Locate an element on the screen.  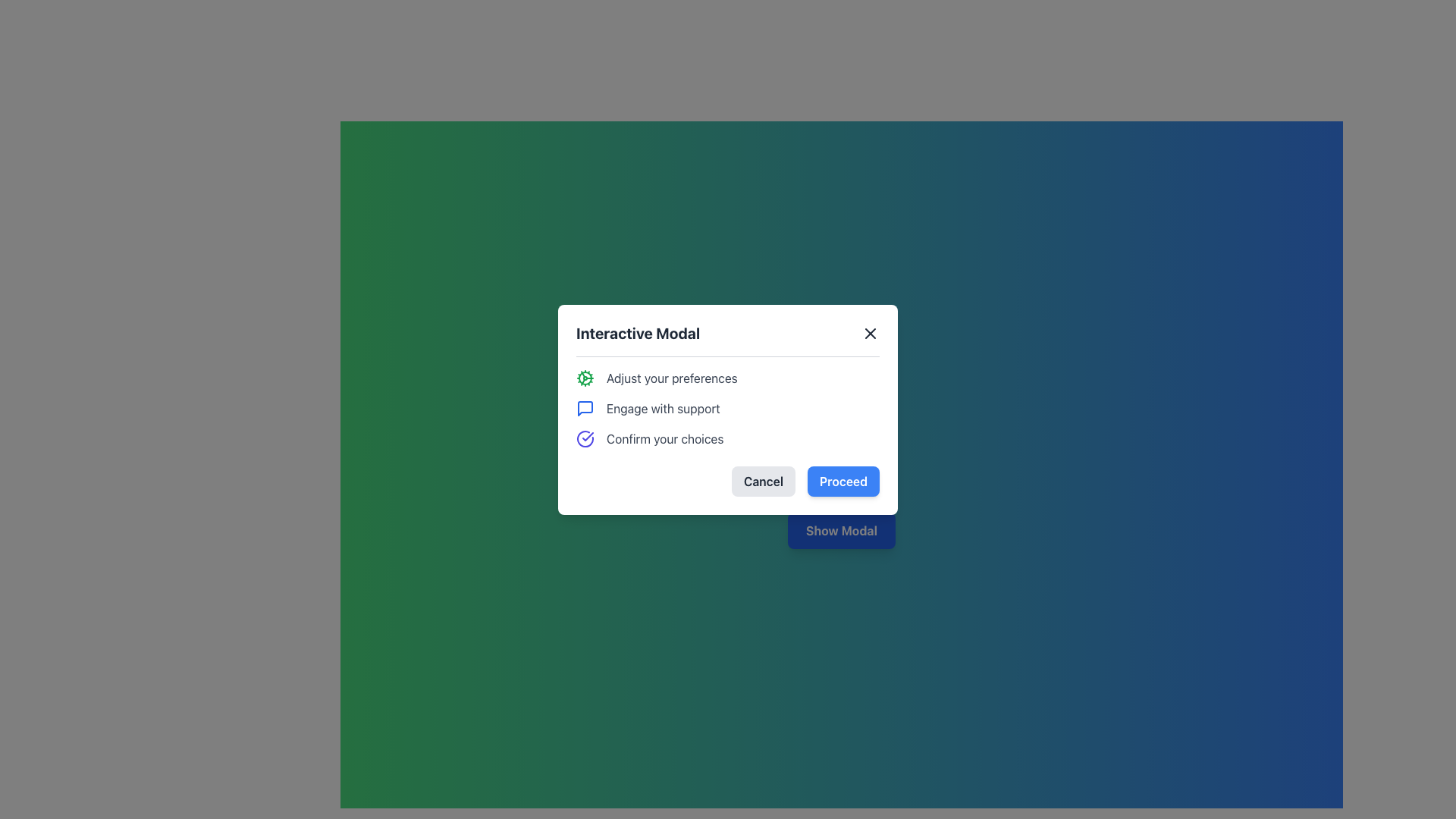
the third Text label in the vertical sequence of options inside the white modal dialog box, positioned below 'Engage with support' and above 'Cancel' and 'Proceed' buttons is located at coordinates (665, 438).